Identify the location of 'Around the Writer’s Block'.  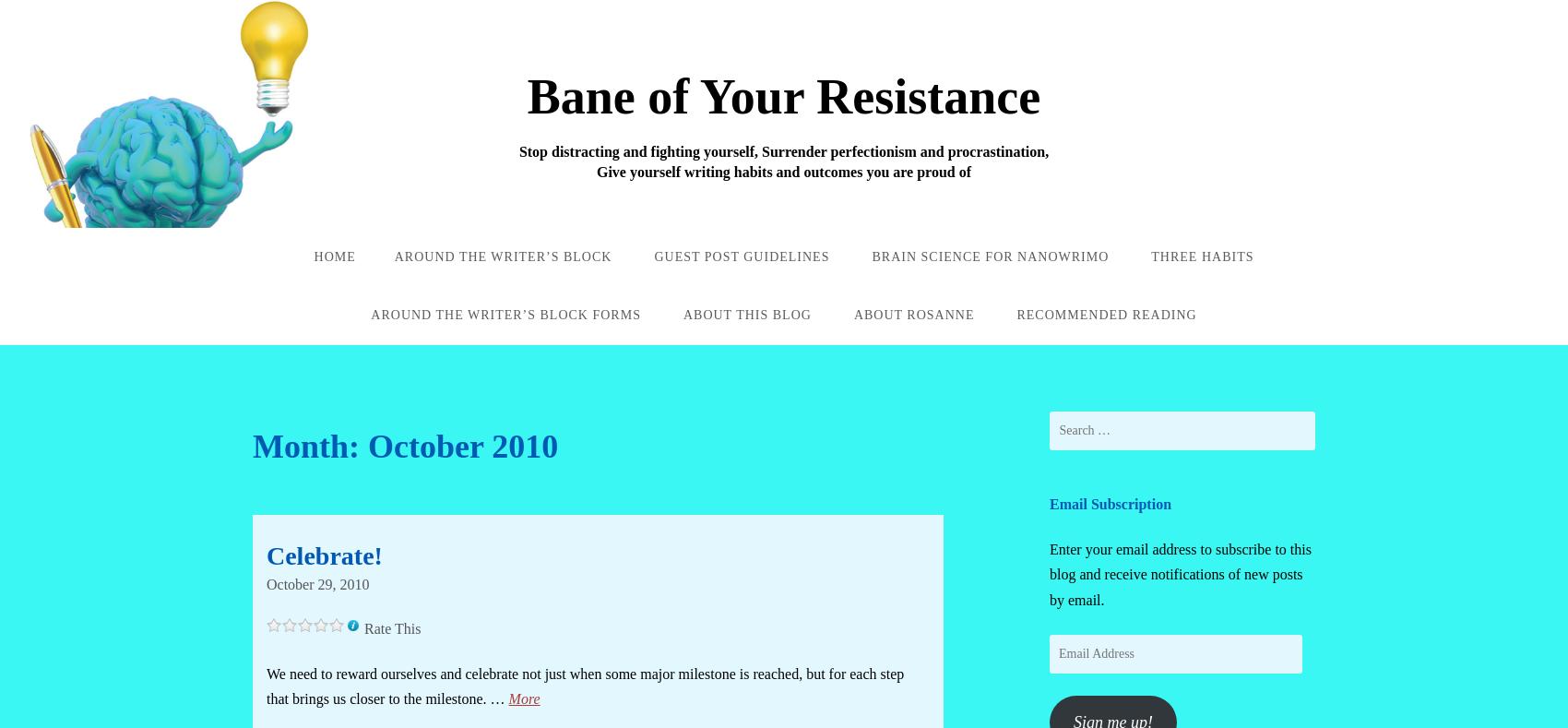
(502, 256).